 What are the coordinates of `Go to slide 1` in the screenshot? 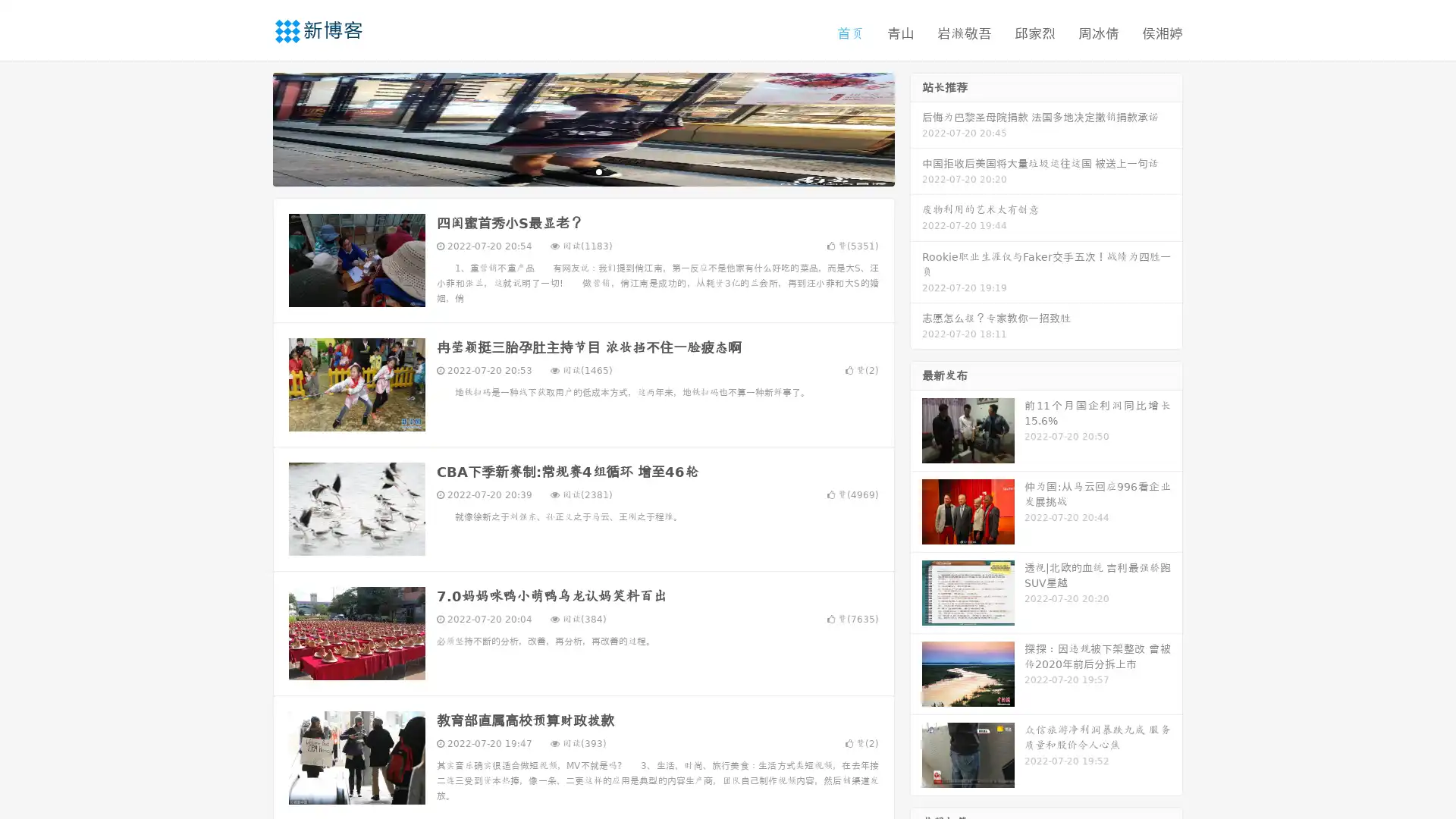 It's located at (567, 171).